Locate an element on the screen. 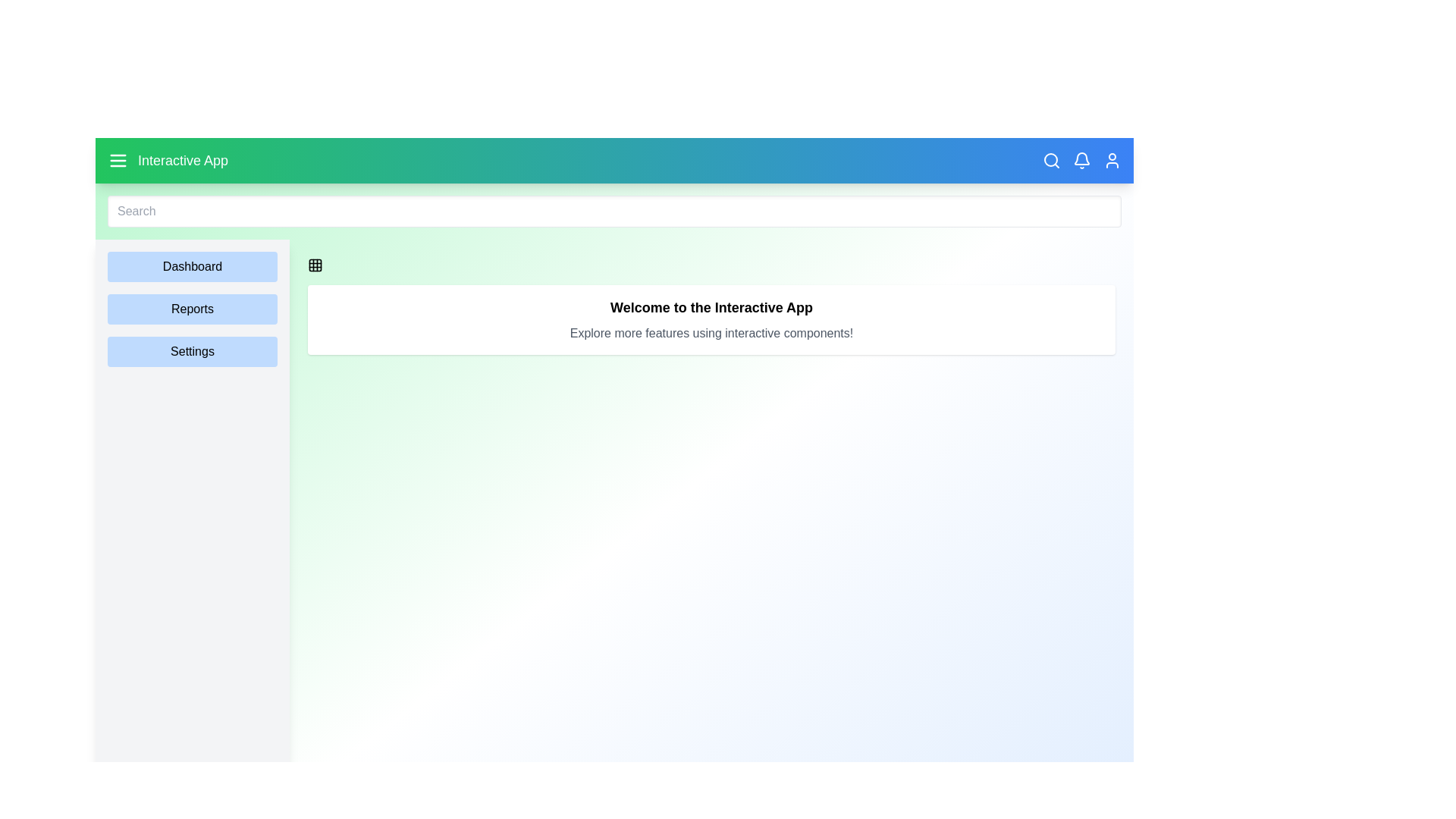  the notification icon to interact with it is located at coordinates (1081, 161).